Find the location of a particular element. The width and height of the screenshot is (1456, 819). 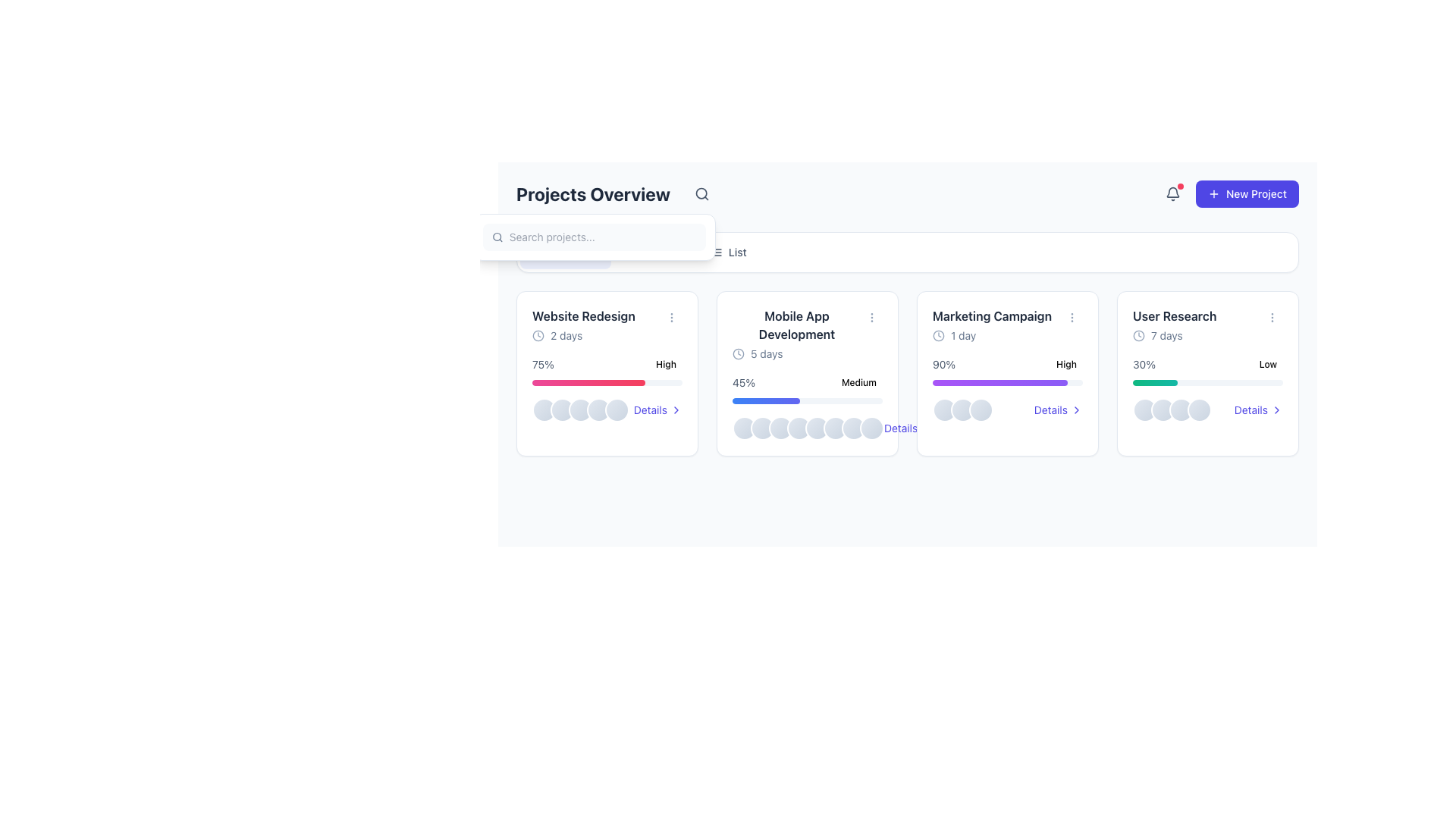

the textual element displaying the title and timeline of the marketing campaign project located in the third card of a horizontally arranged series is located at coordinates (992, 324).